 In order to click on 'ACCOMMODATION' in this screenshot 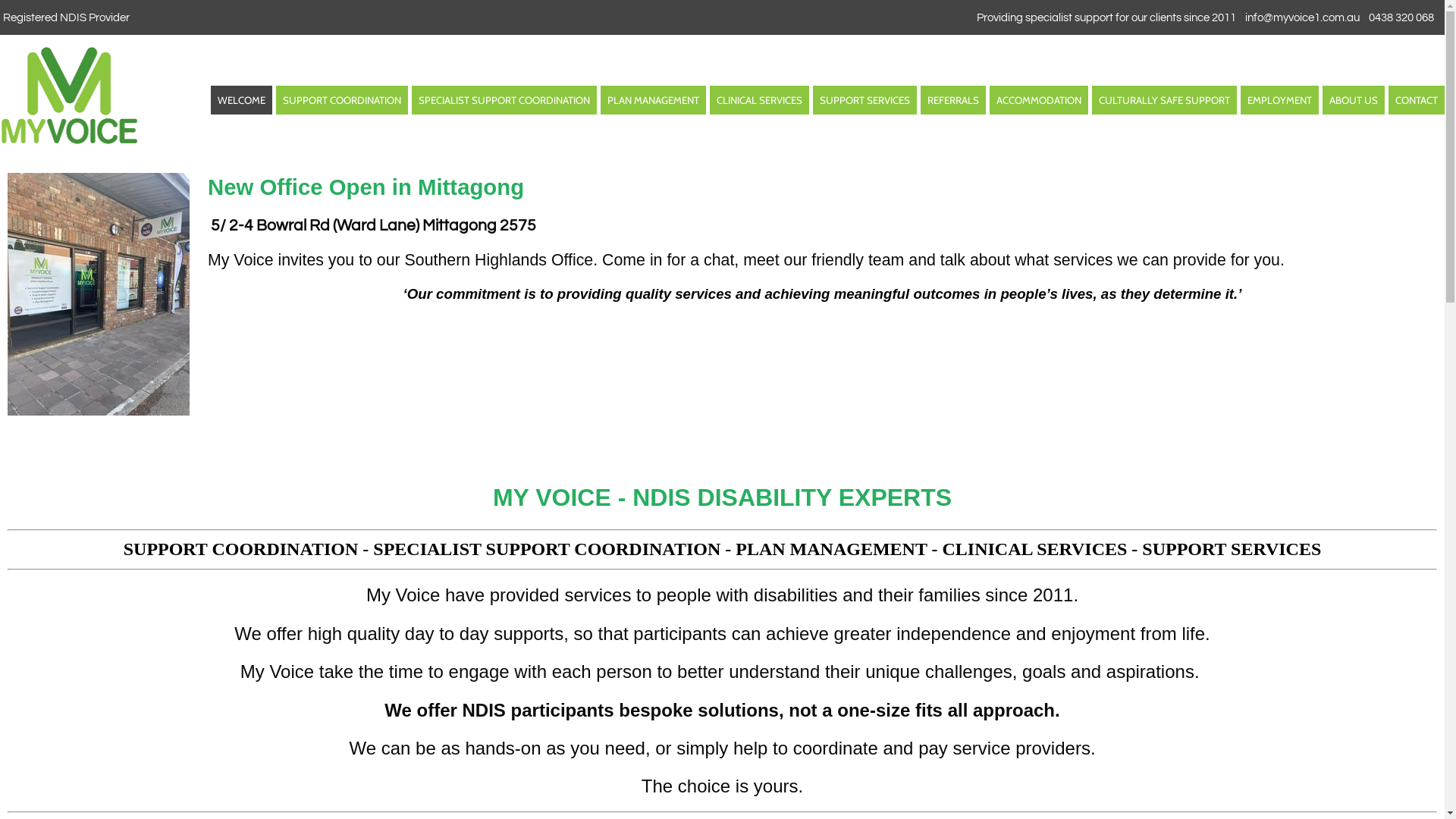, I will do `click(1037, 100)`.